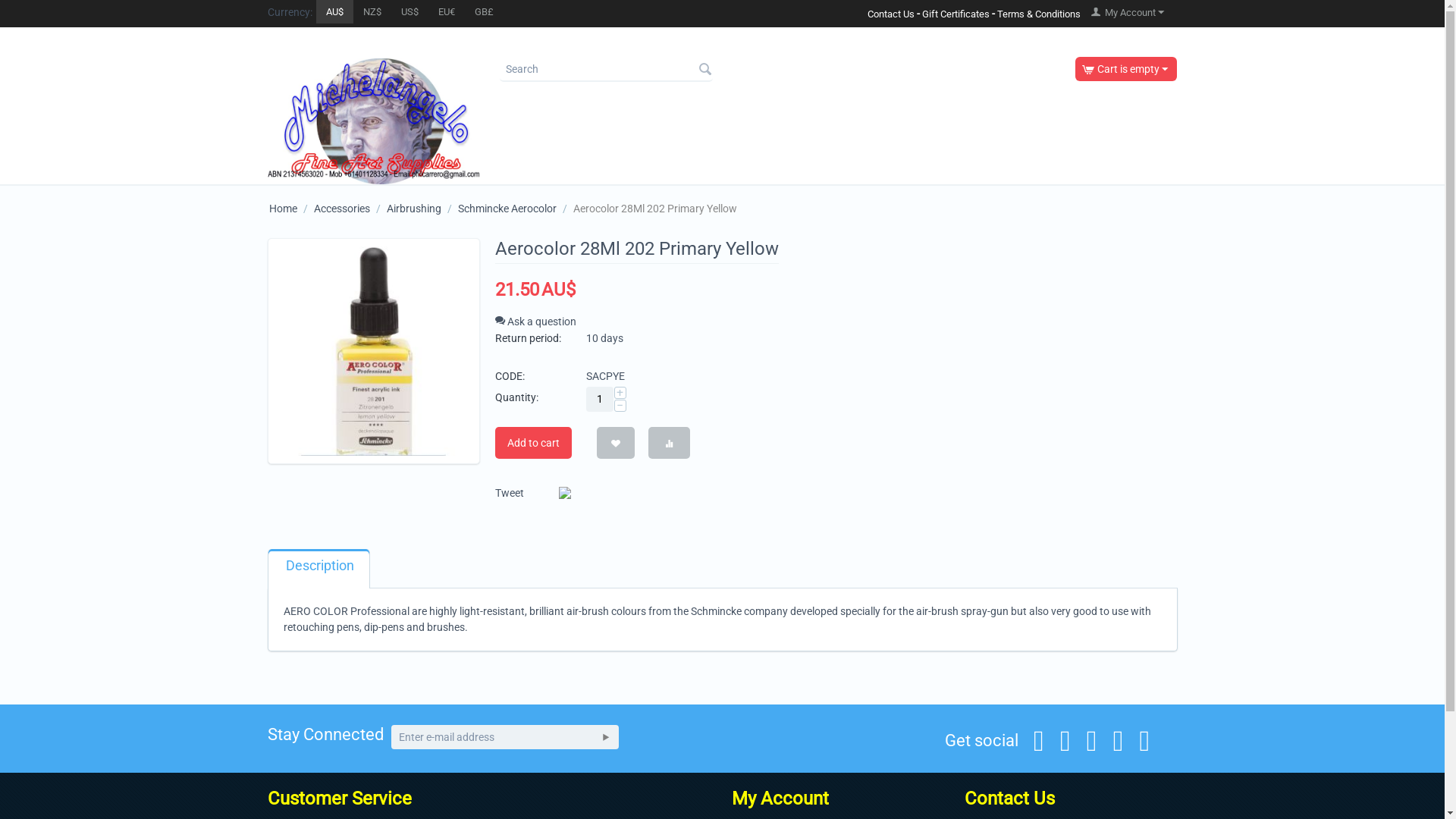  What do you see at coordinates (532, 442) in the screenshot?
I see `'Add to cart'` at bounding box center [532, 442].